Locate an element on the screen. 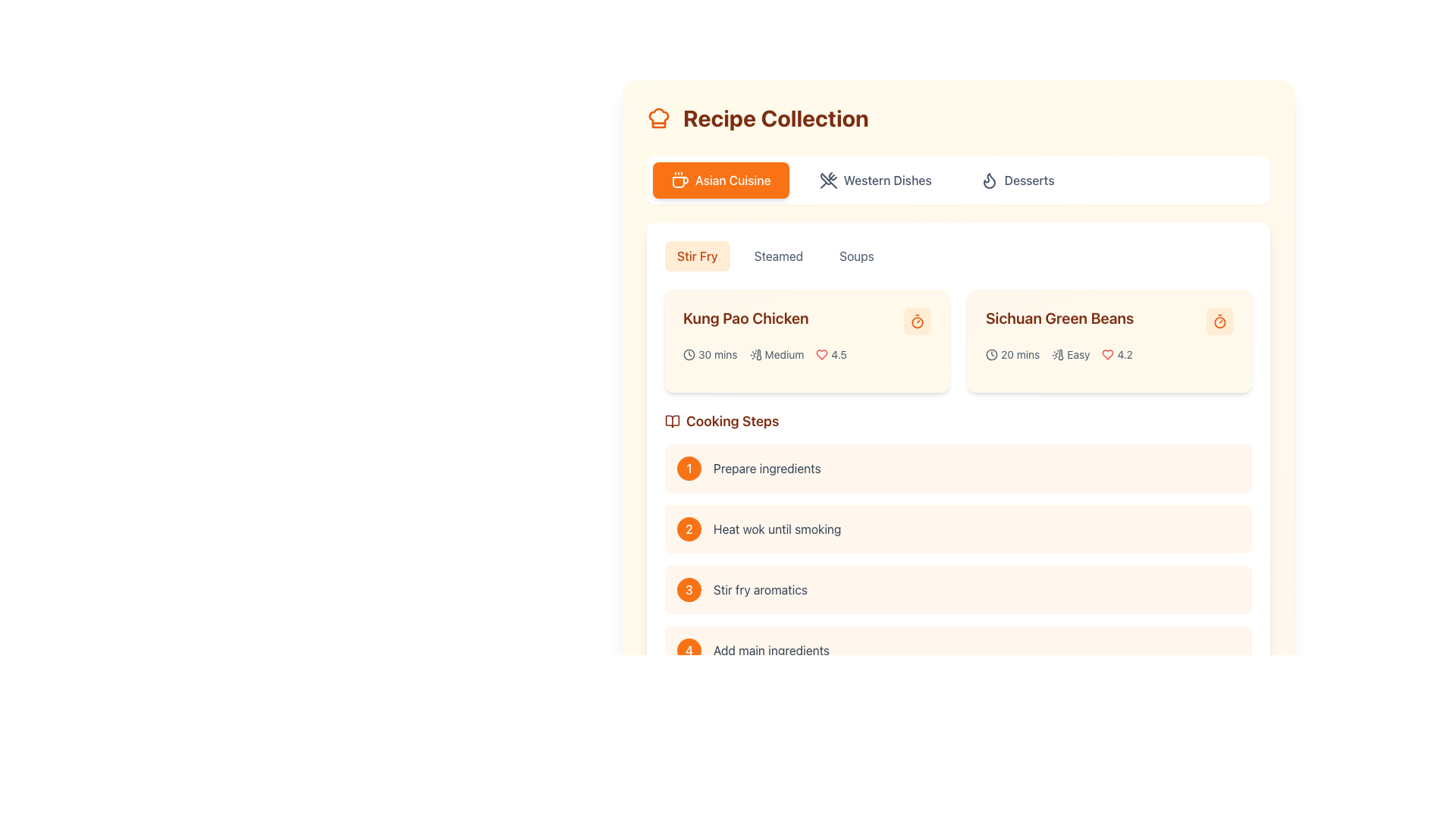 Image resolution: width=1456 pixels, height=819 pixels. the title text label of the recipe card, which is centrally positioned at the top of the second recipe card in a horizontal list is located at coordinates (1109, 321).